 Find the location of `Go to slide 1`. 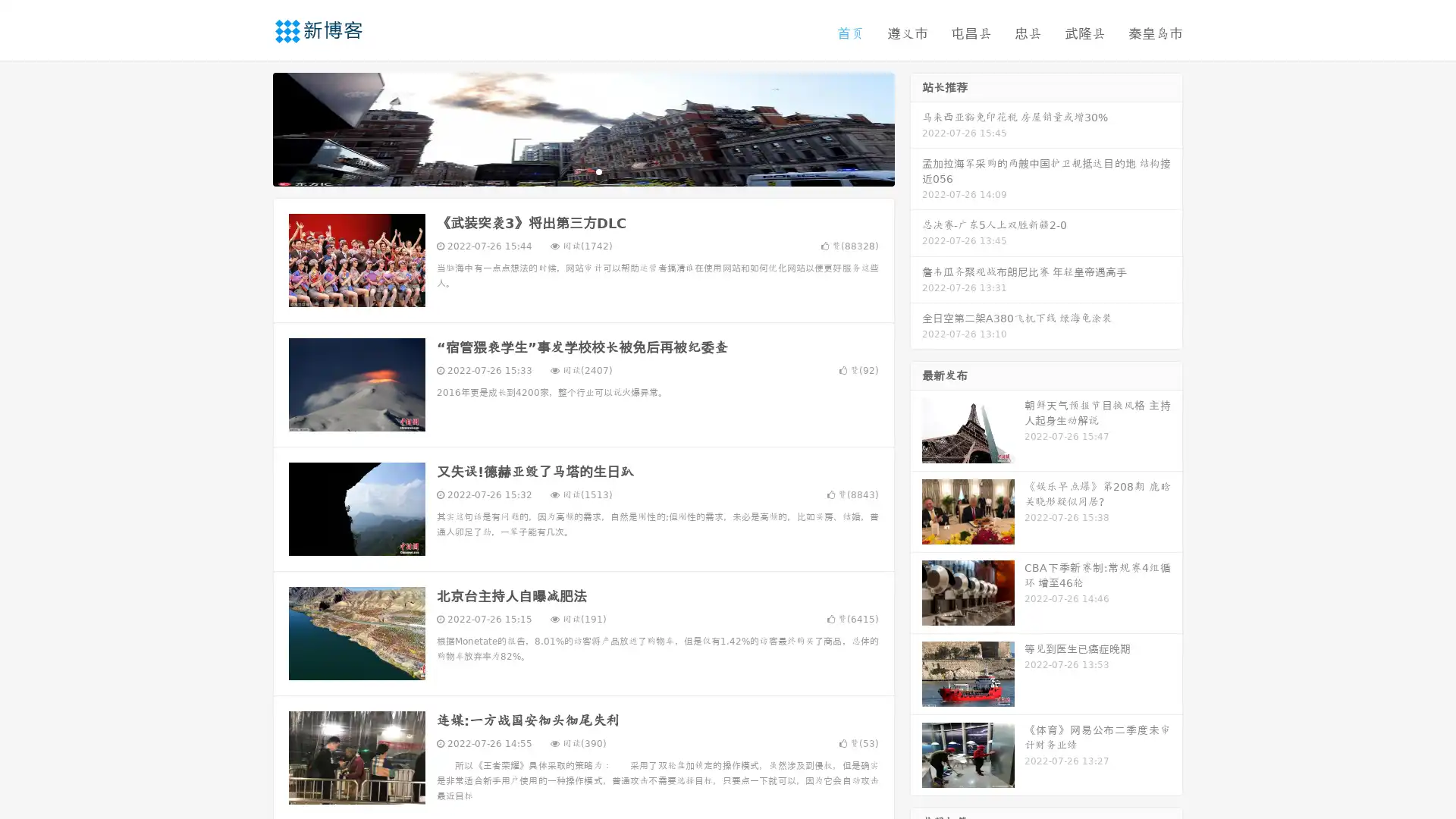

Go to slide 1 is located at coordinates (567, 171).